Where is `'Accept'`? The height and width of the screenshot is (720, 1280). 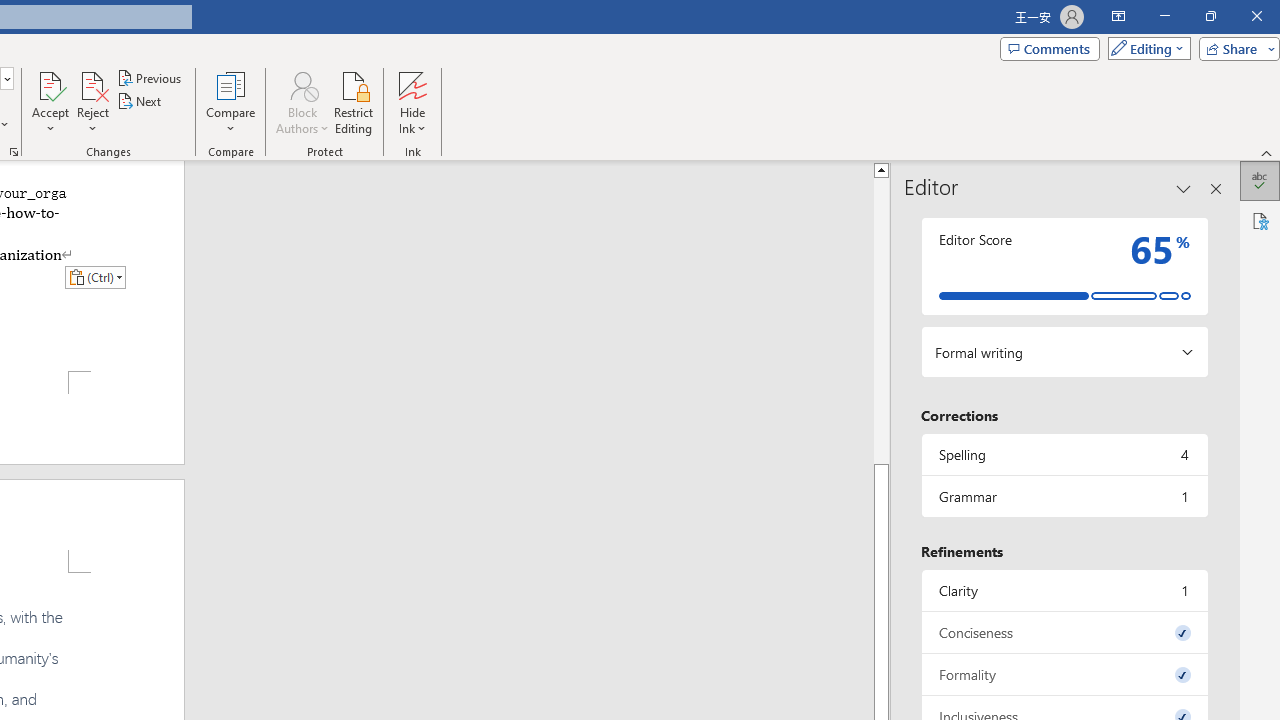 'Accept' is located at coordinates (50, 103).